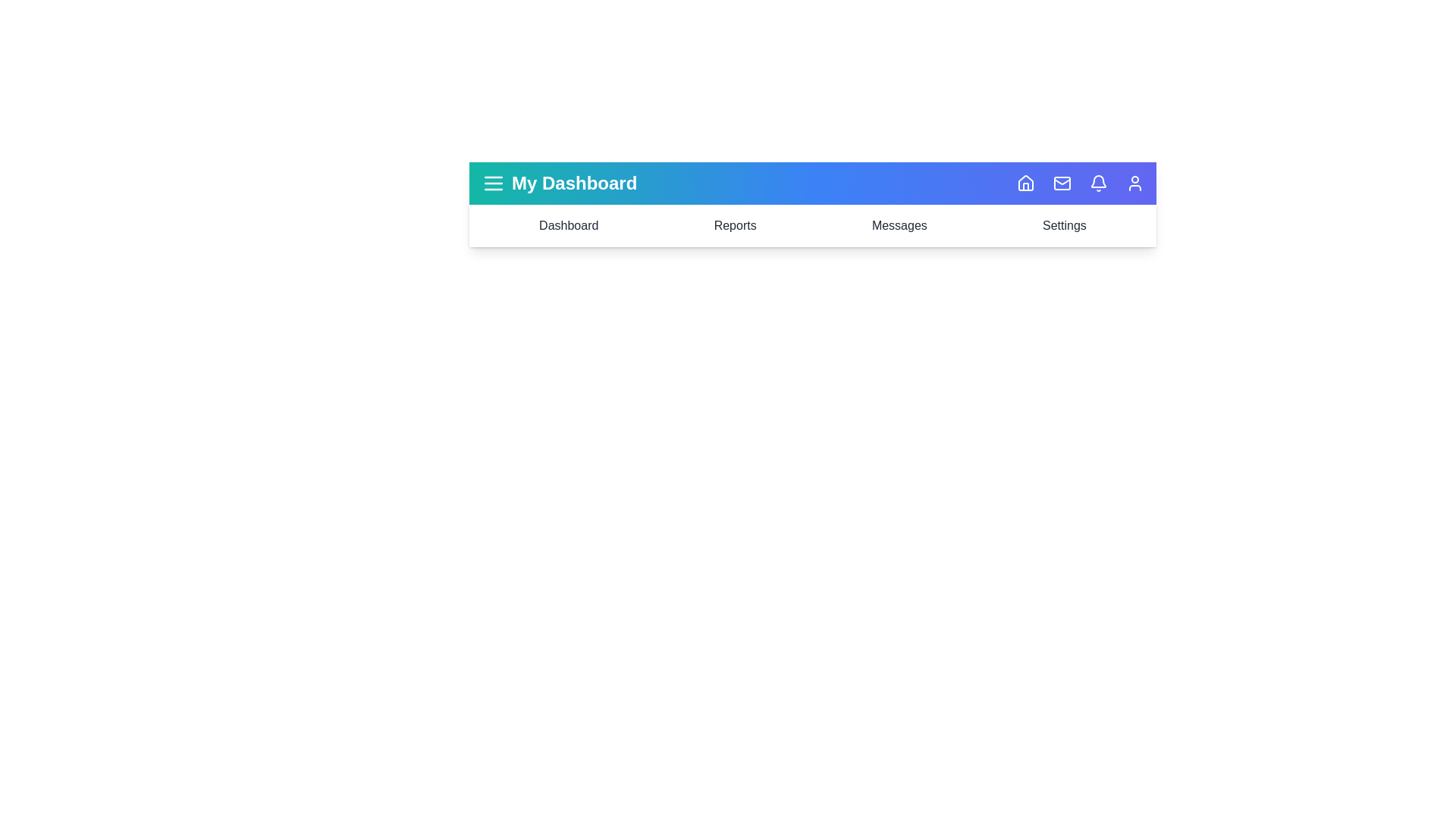 This screenshot has width=1456, height=819. What do you see at coordinates (567, 225) in the screenshot?
I see `the navigation item Dashboard to highlight it` at bounding box center [567, 225].